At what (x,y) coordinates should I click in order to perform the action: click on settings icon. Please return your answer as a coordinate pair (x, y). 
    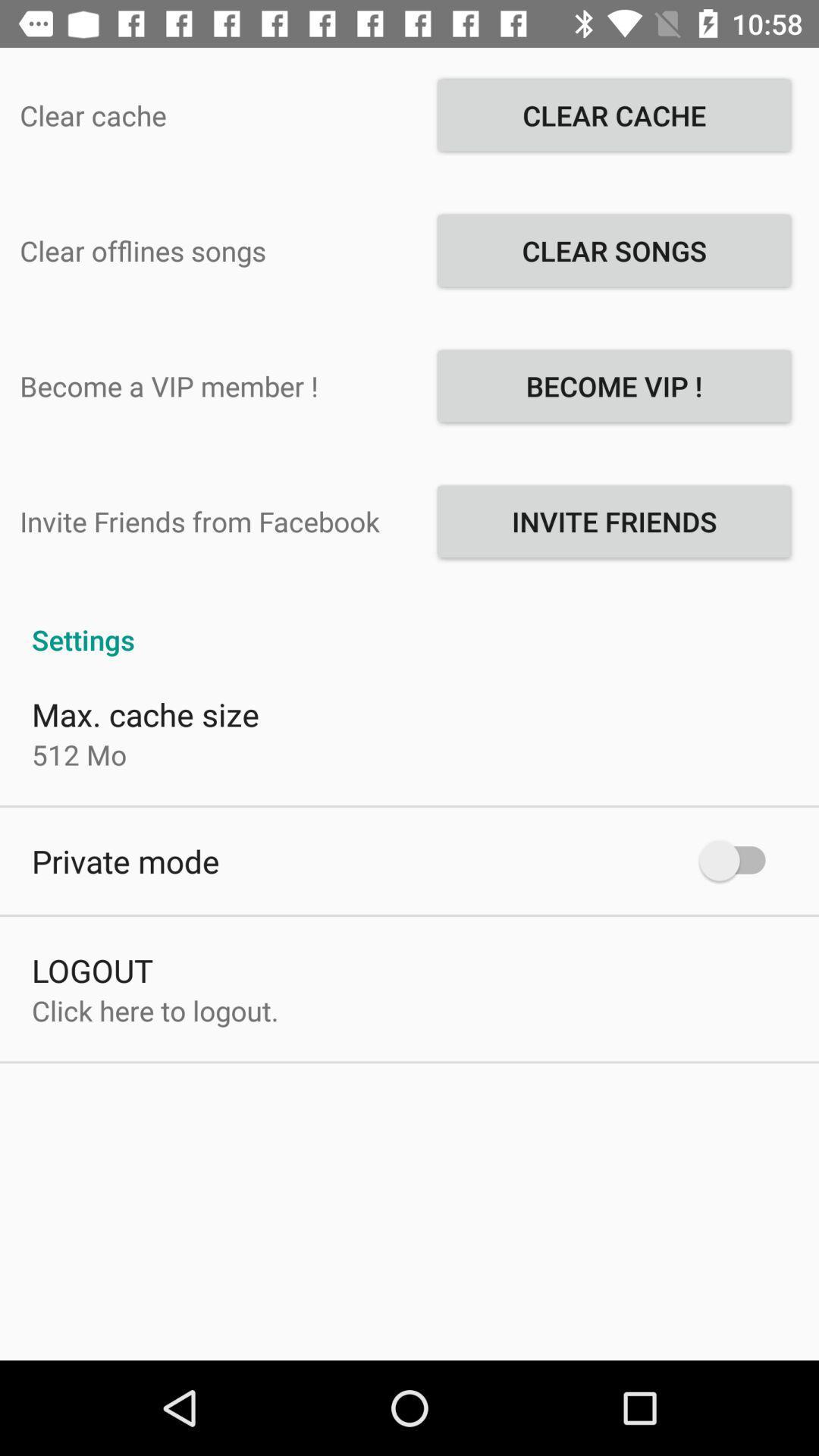
    Looking at the image, I should click on (409, 623).